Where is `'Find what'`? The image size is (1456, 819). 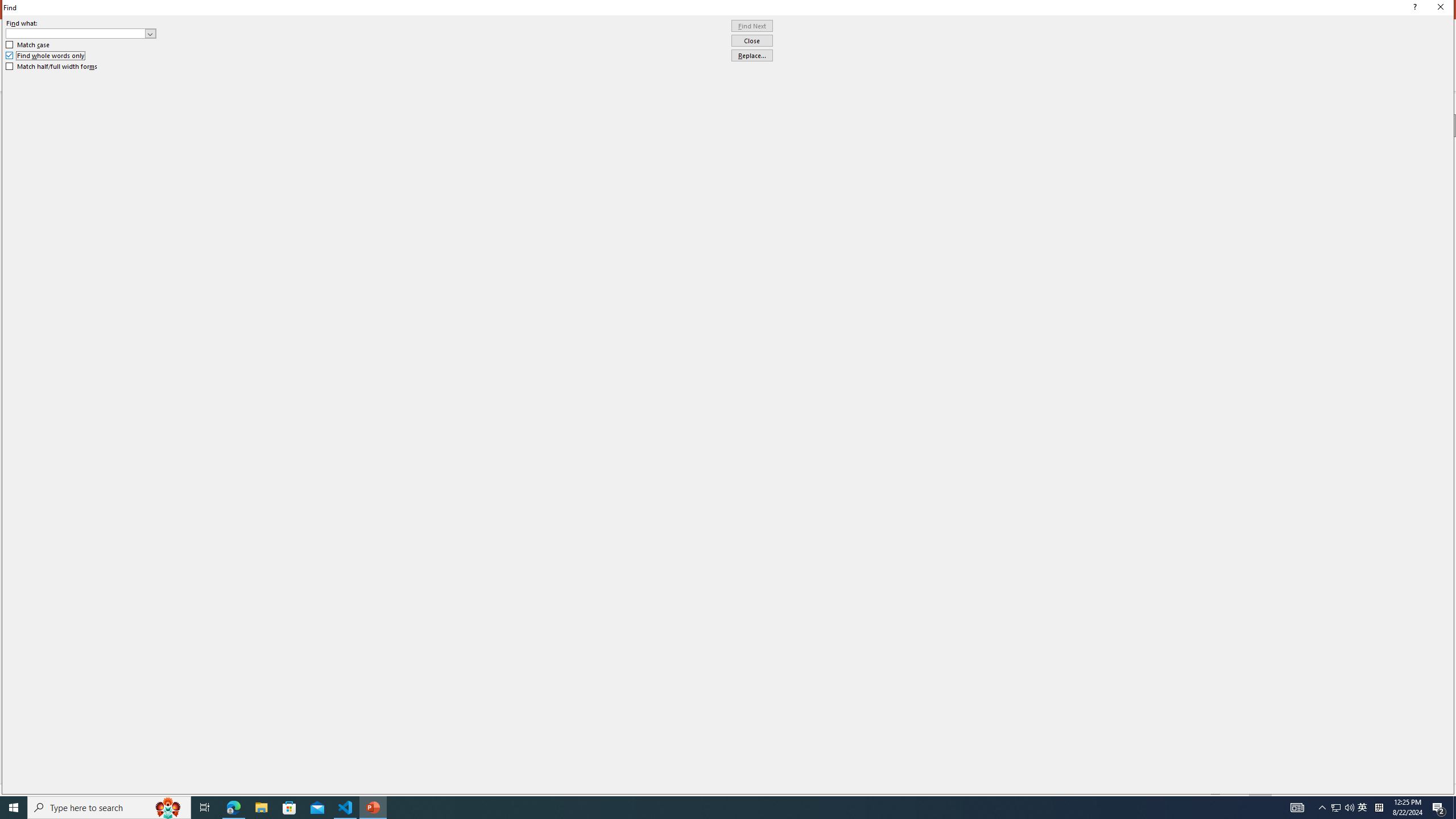
'Find what' is located at coordinates (81, 33).